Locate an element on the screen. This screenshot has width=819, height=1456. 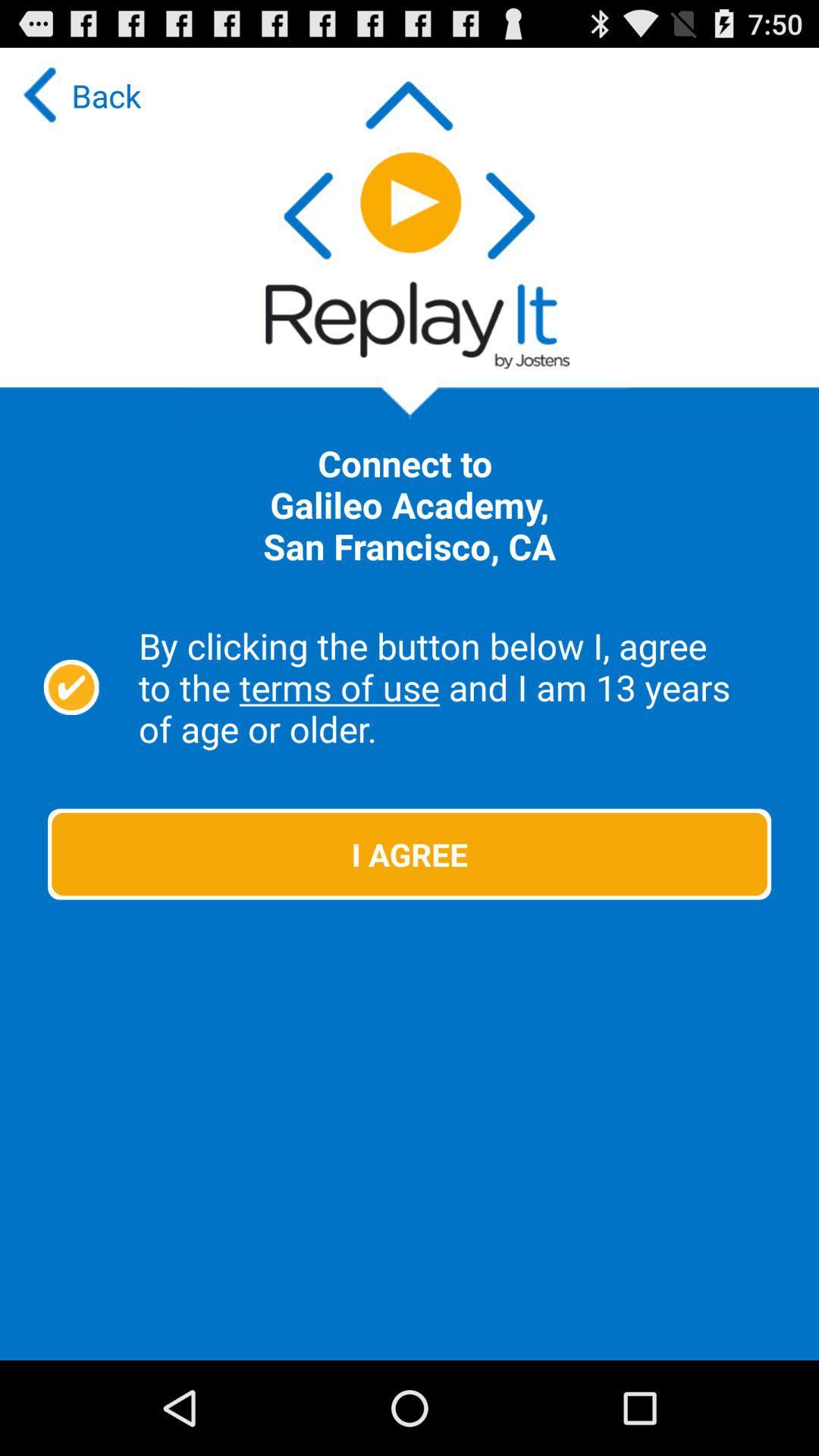
the item next to the by clicking the icon is located at coordinates (71, 686).